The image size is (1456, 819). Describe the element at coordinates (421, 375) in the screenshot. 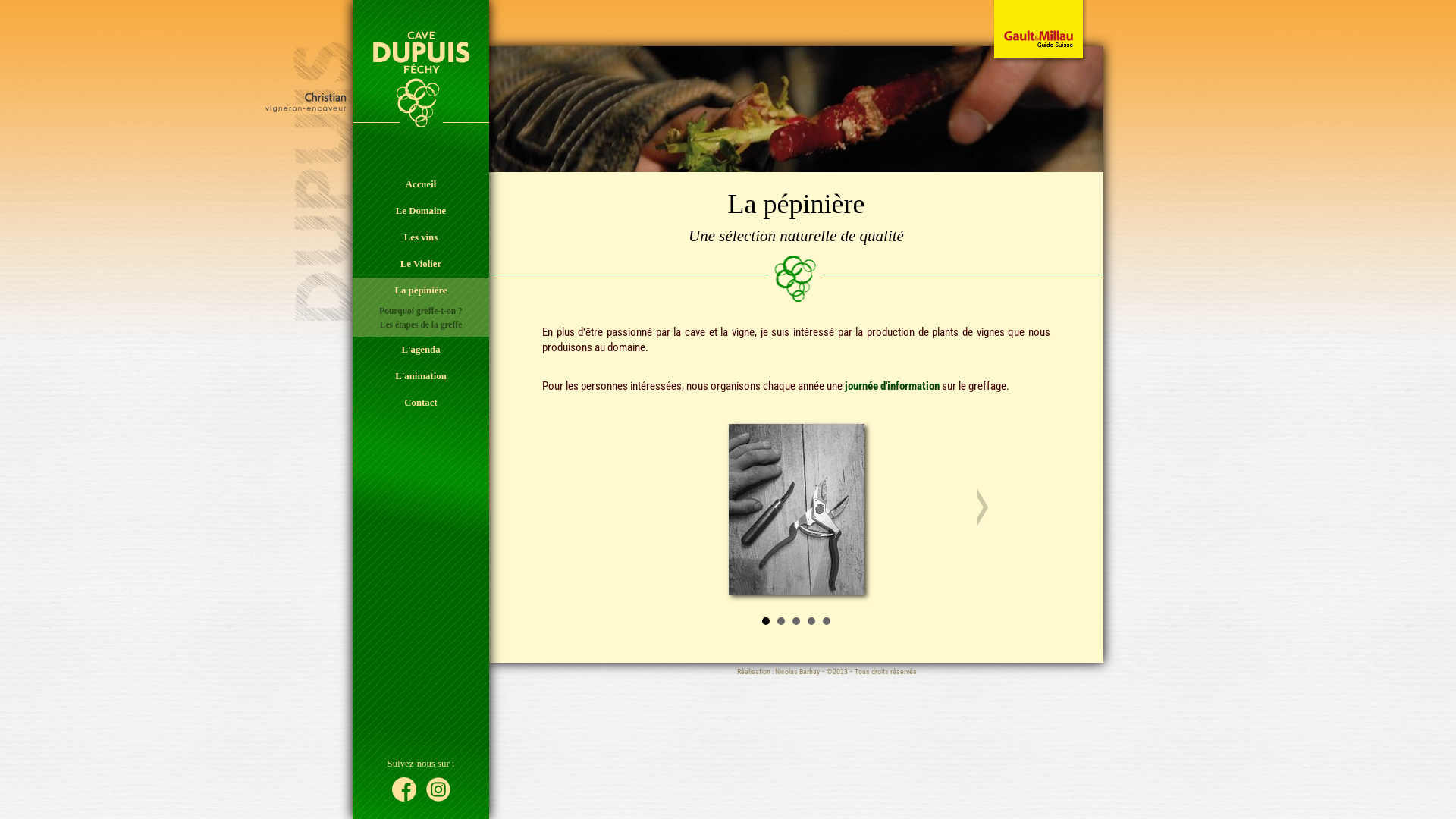

I see `'L'animation'` at that location.